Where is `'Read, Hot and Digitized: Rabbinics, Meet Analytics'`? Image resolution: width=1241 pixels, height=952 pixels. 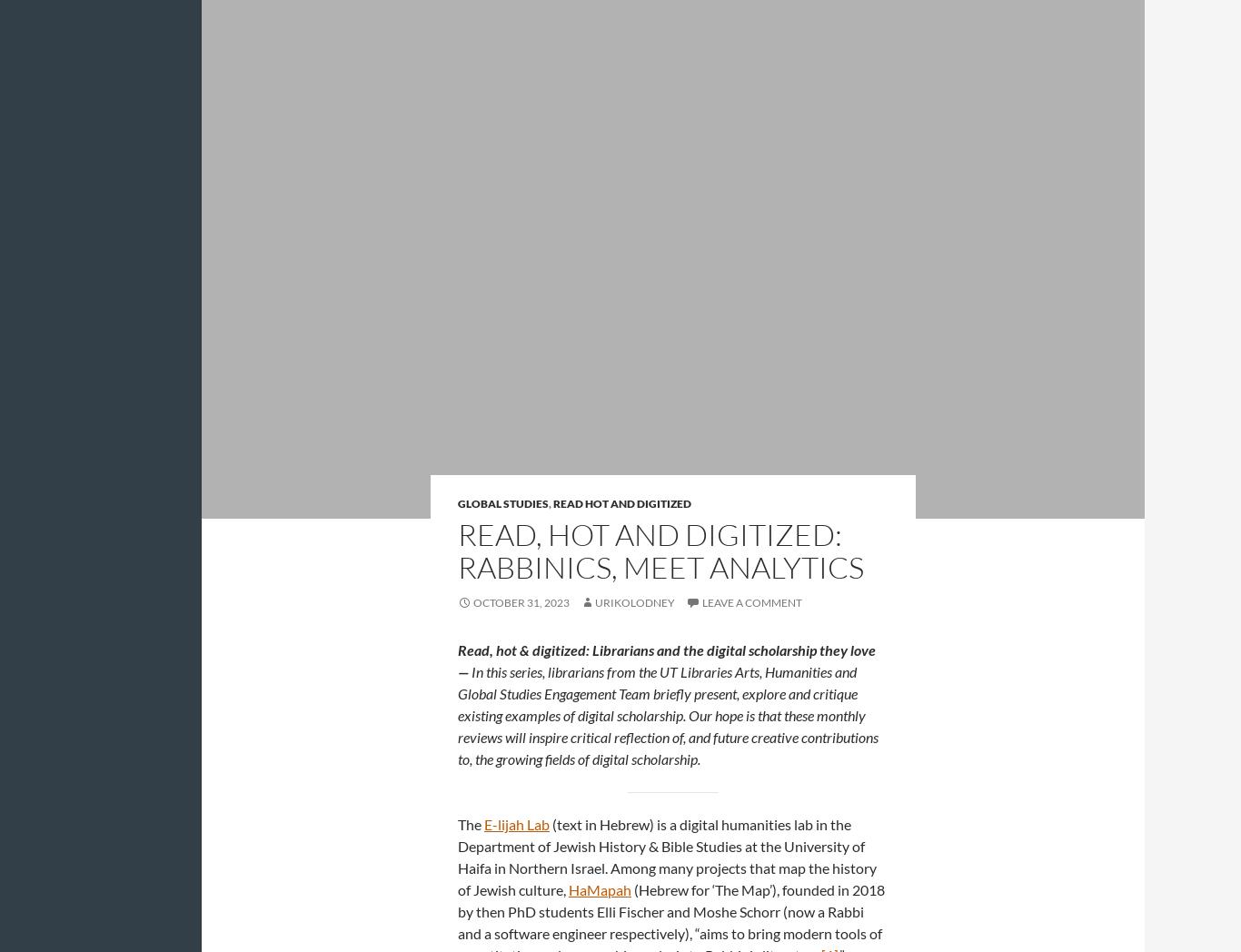 'Read, Hot and Digitized: Rabbinics, Meet Analytics' is located at coordinates (660, 550).